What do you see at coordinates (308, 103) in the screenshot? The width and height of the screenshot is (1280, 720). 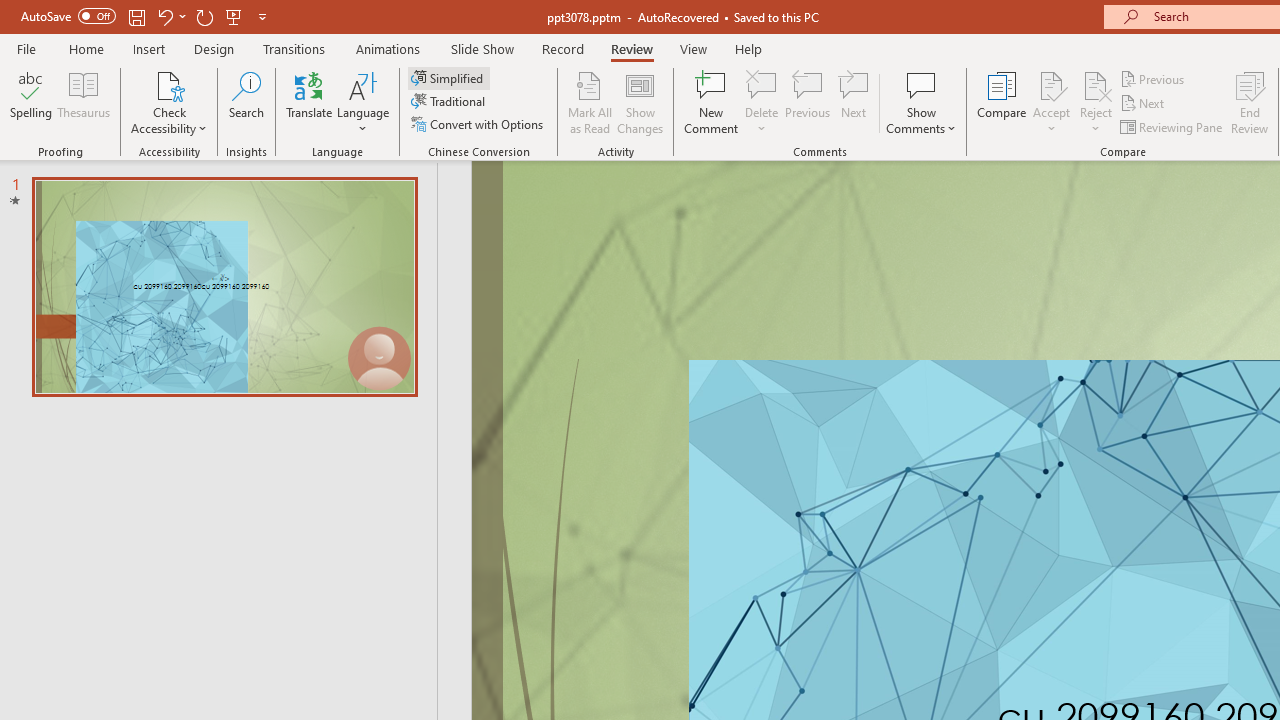 I see `'Translate'` at bounding box center [308, 103].